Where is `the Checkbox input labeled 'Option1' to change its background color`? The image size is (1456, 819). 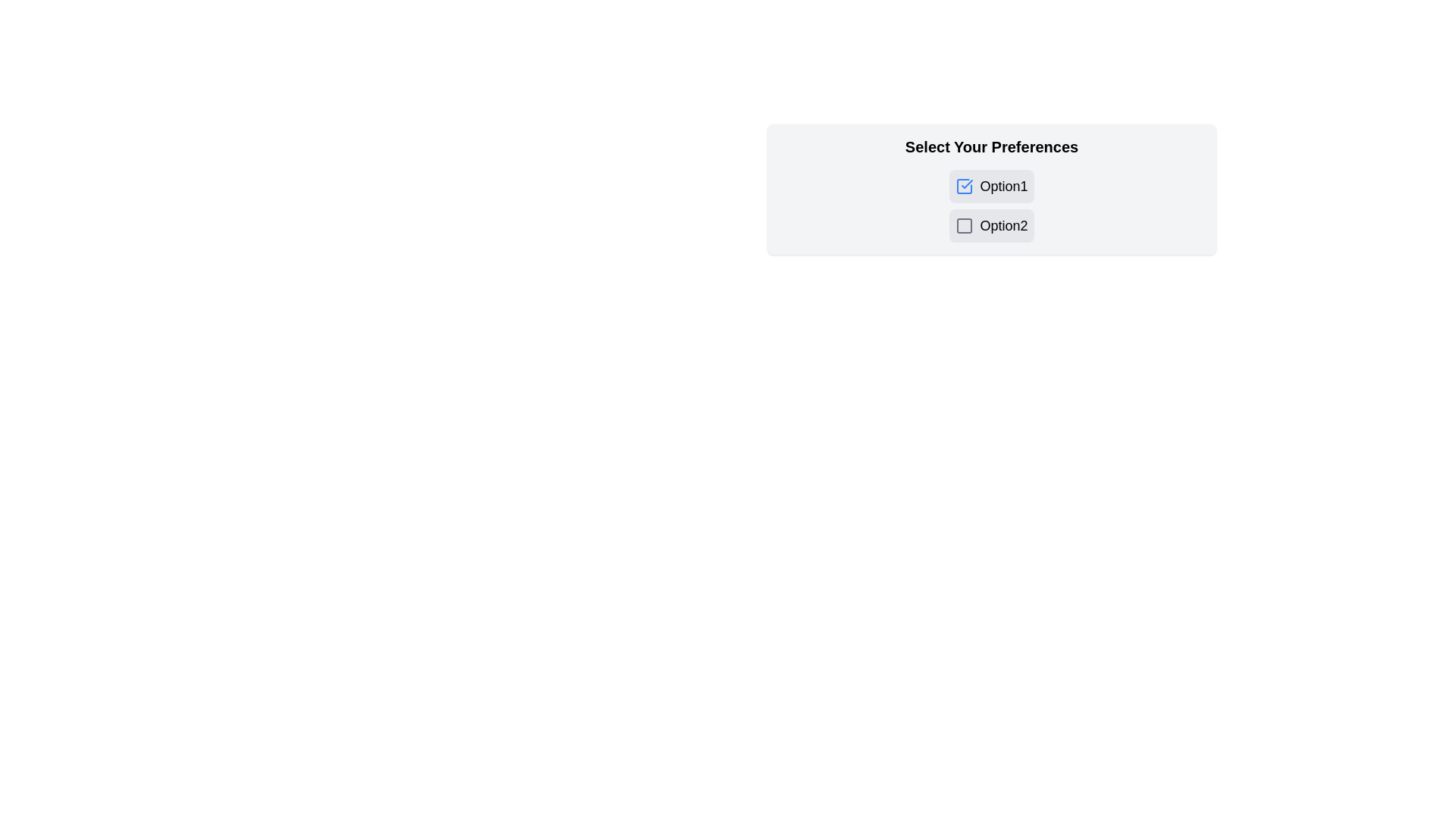 the Checkbox input labeled 'Option1' to change its background color is located at coordinates (991, 186).